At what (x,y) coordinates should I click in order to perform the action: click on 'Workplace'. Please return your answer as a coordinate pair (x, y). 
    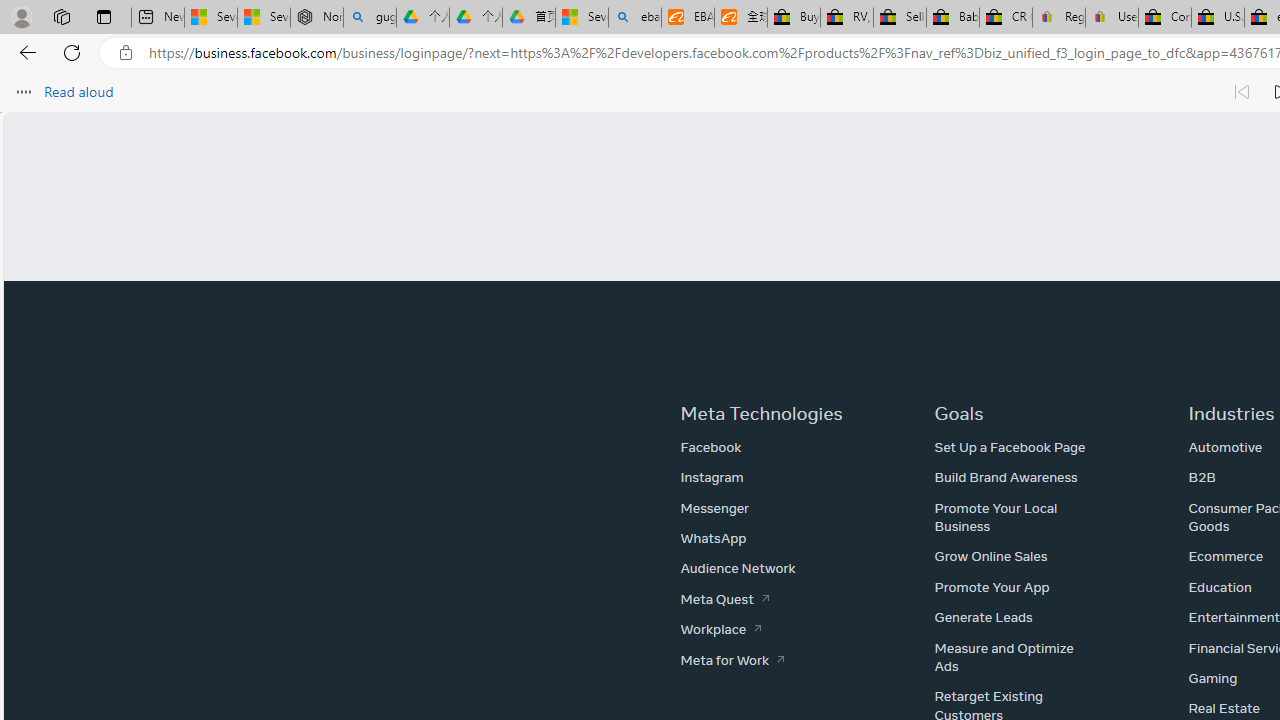
    Looking at the image, I should click on (720, 628).